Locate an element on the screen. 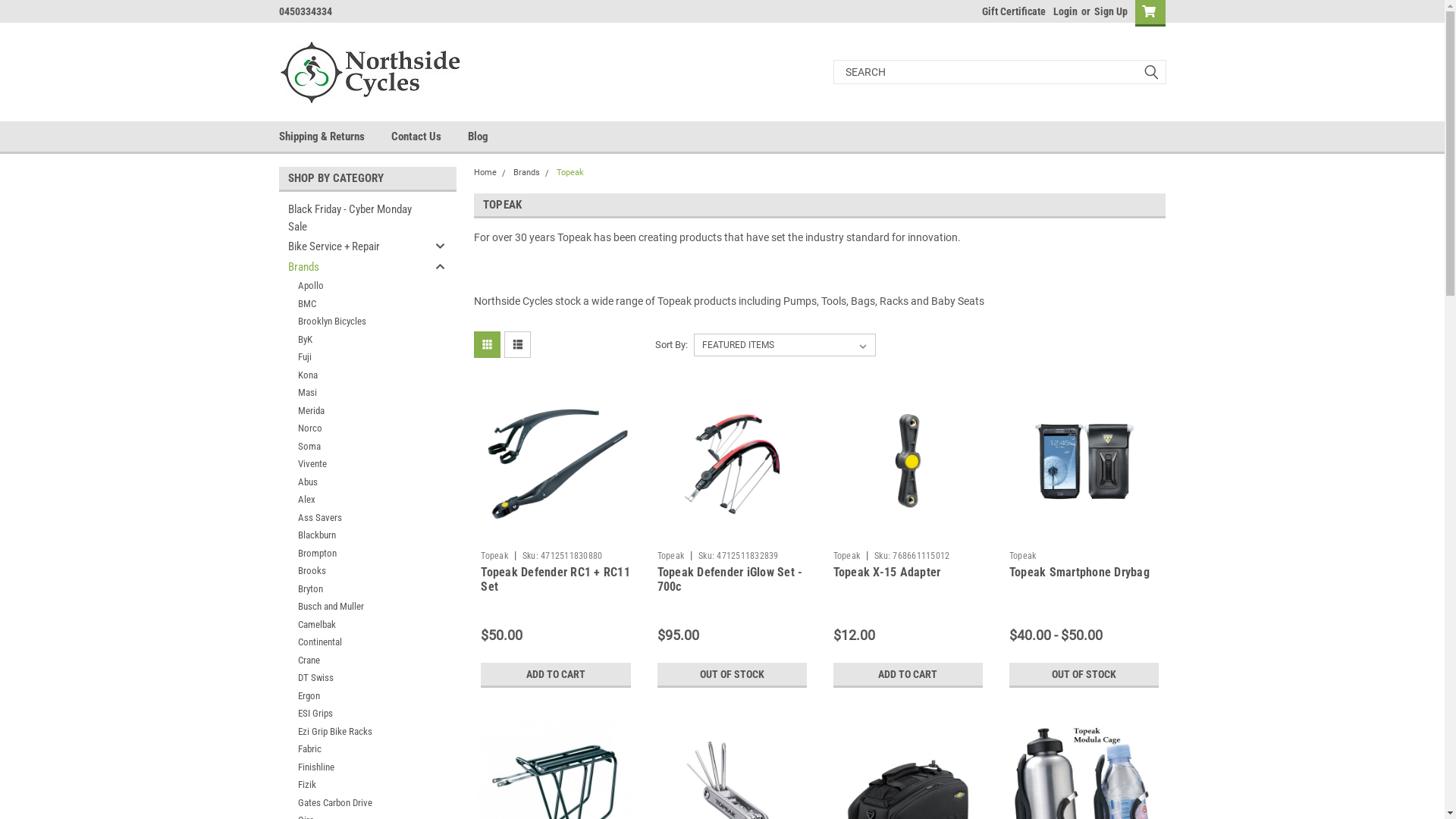 The width and height of the screenshot is (1456, 819). 'Crane' is located at coordinates (279, 659).